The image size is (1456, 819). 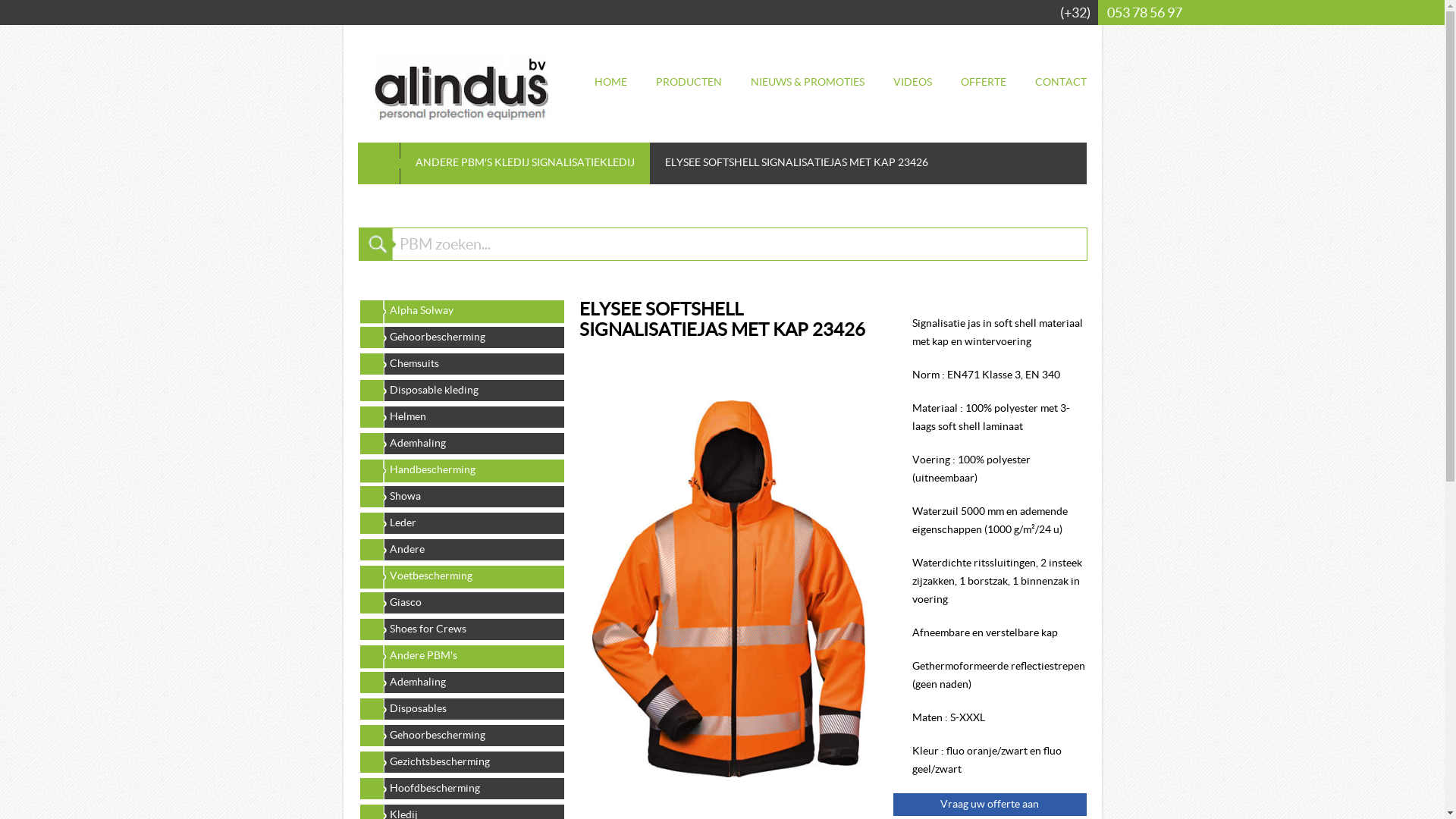 What do you see at coordinates (460, 496) in the screenshot?
I see `'Showa'` at bounding box center [460, 496].